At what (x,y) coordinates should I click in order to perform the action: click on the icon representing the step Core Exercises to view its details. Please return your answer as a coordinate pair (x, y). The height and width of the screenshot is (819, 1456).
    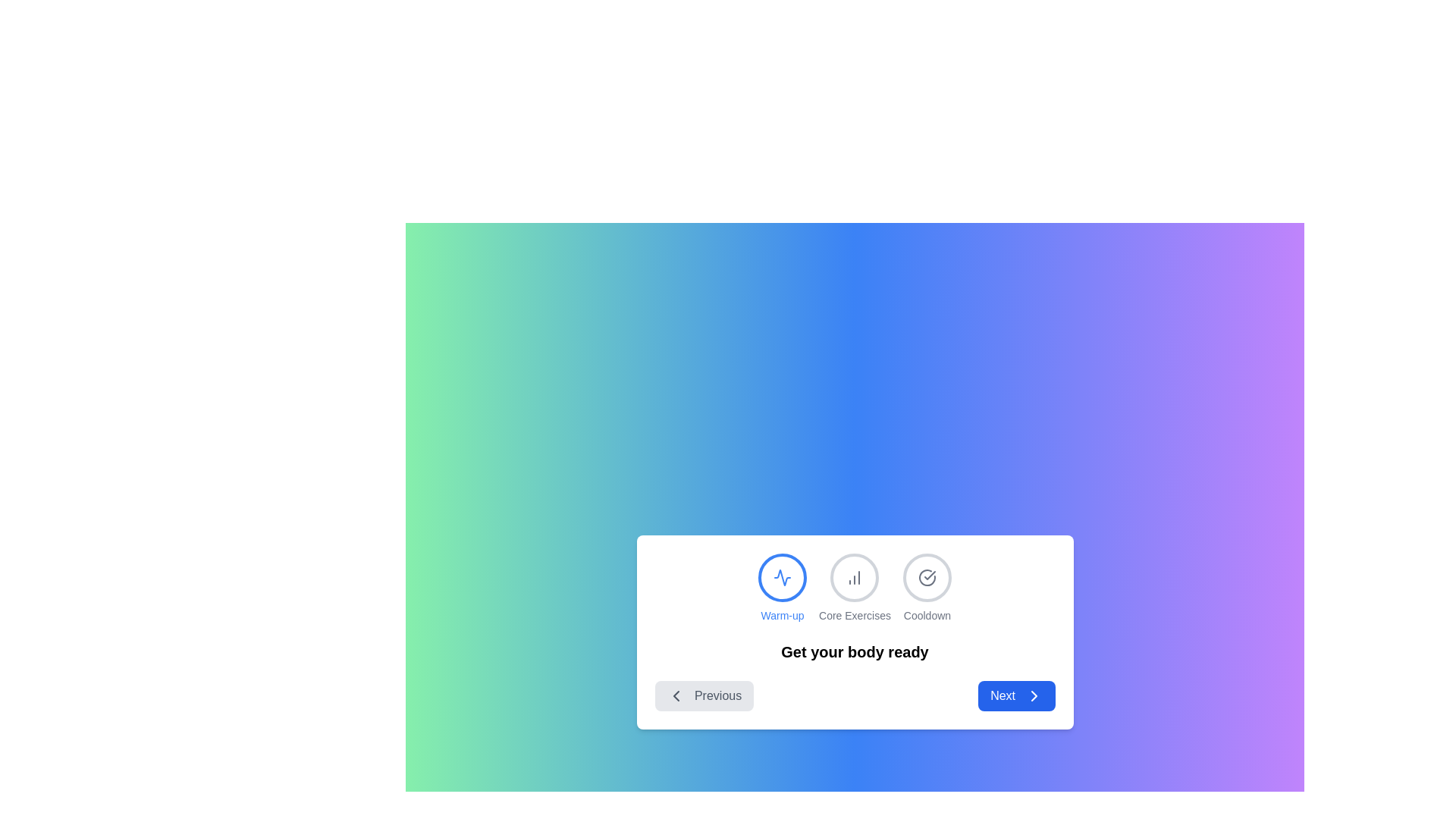
    Looking at the image, I should click on (855, 576).